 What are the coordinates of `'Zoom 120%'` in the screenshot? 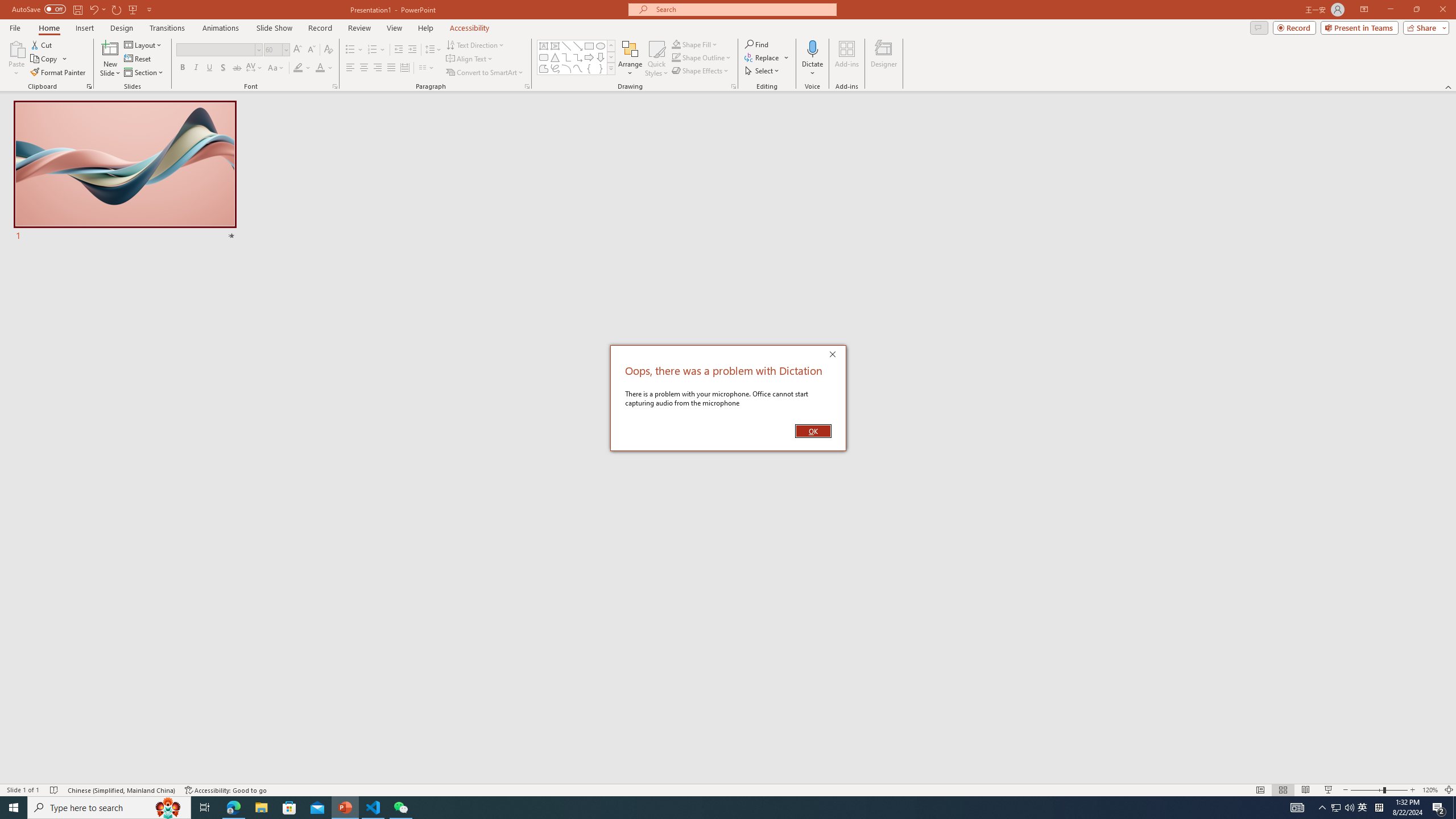 It's located at (1430, 790).